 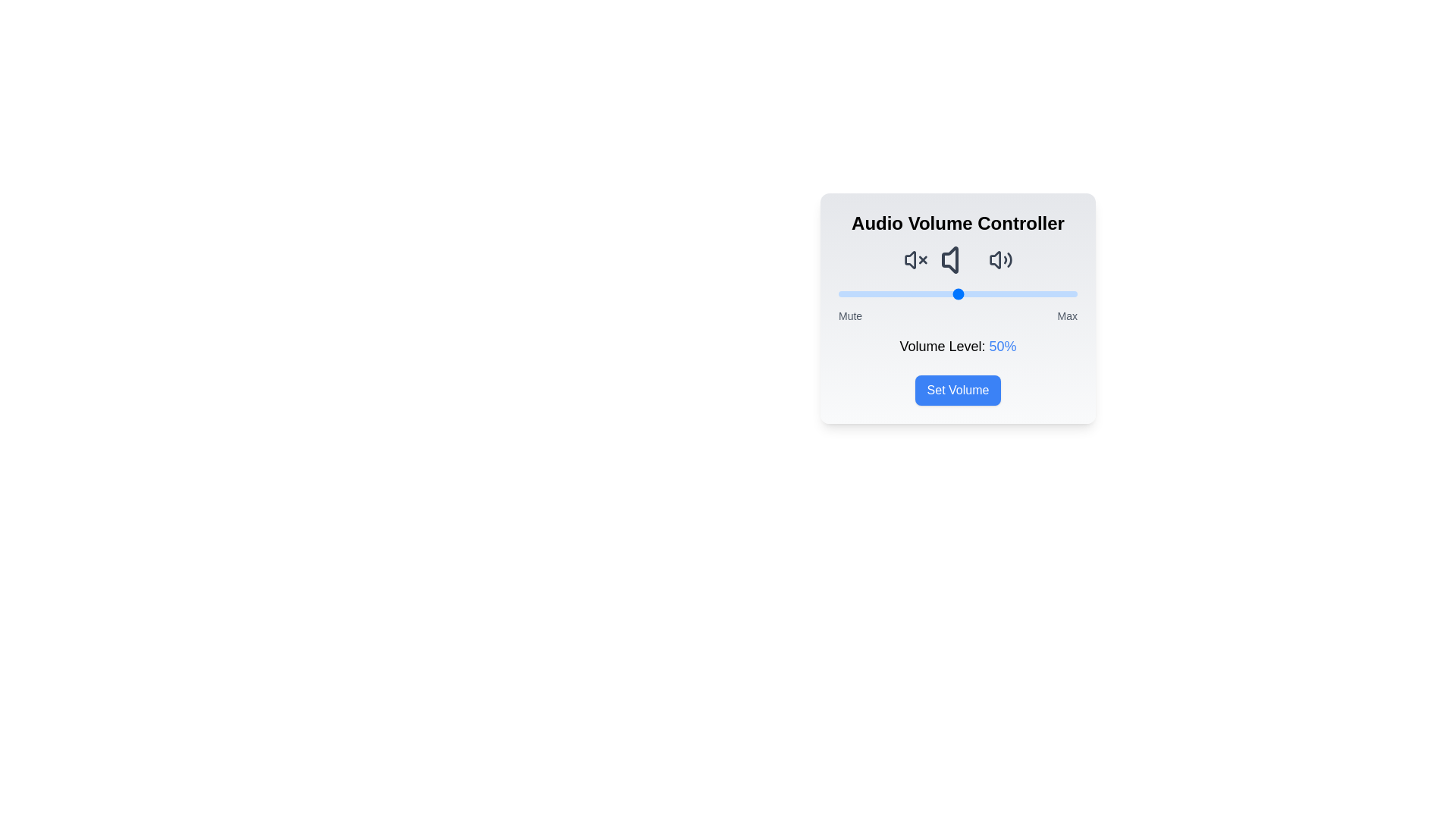 What do you see at coordinates (957, 390) in the screenshot?
I see `the 'Set Volume' button` at bounding box center [957, 390].